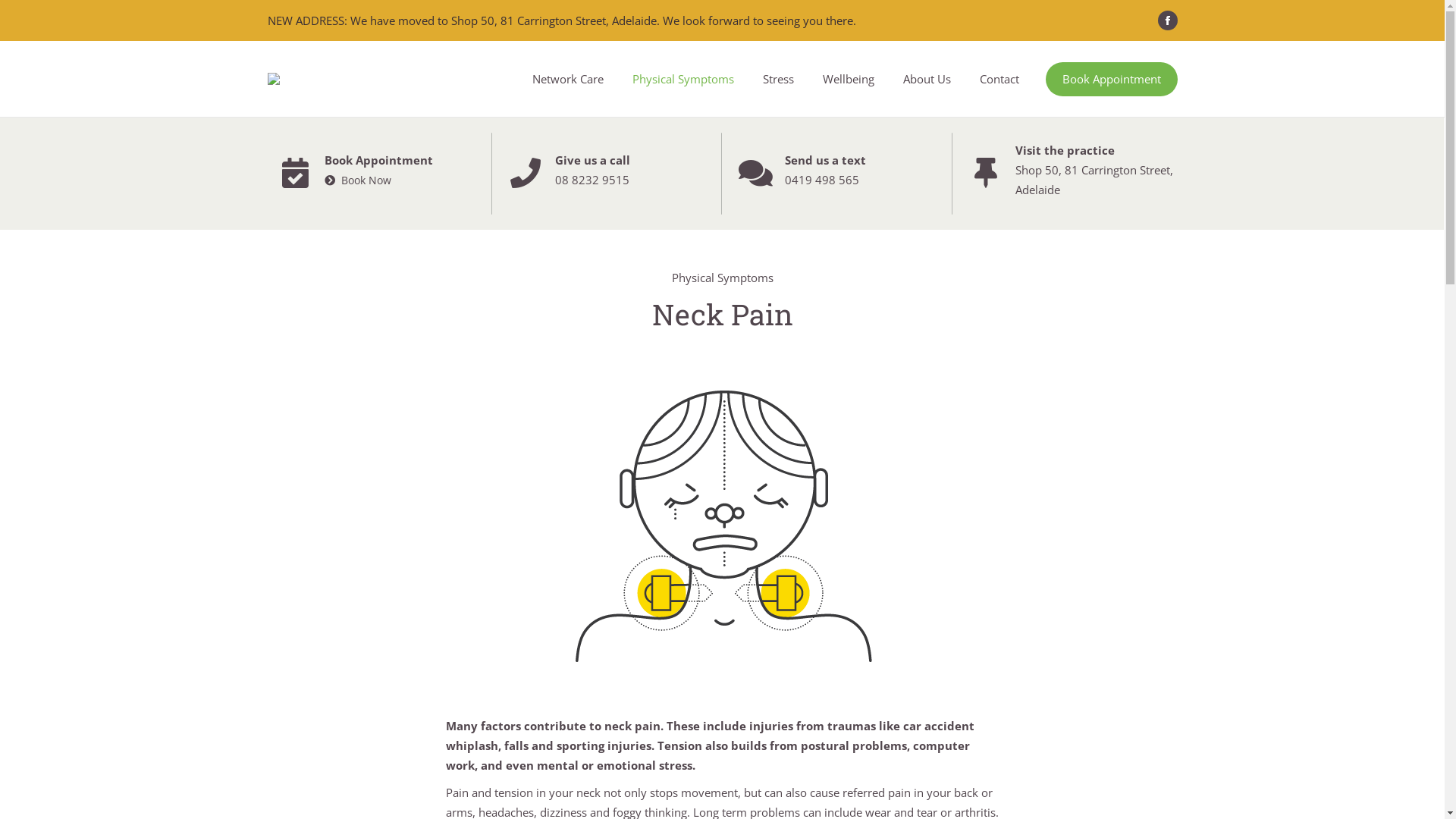 The image size is (1456, 819). Describe the element at coordinates (998, 78) in the screenshot. I see `'Contact'` at that location.